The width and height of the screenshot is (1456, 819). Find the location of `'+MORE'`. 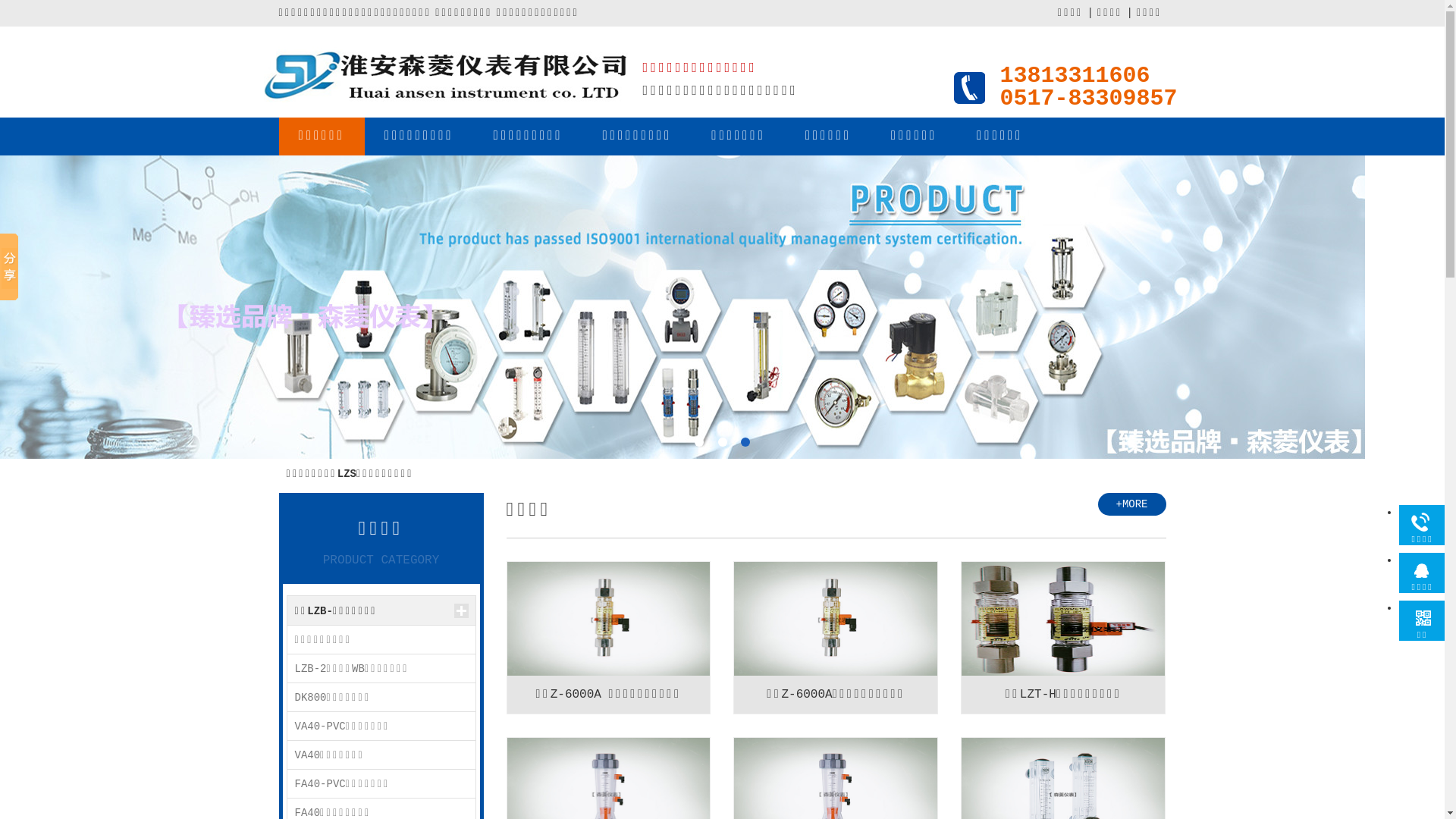

'+MORE' is located at coordinates (1131, 504).